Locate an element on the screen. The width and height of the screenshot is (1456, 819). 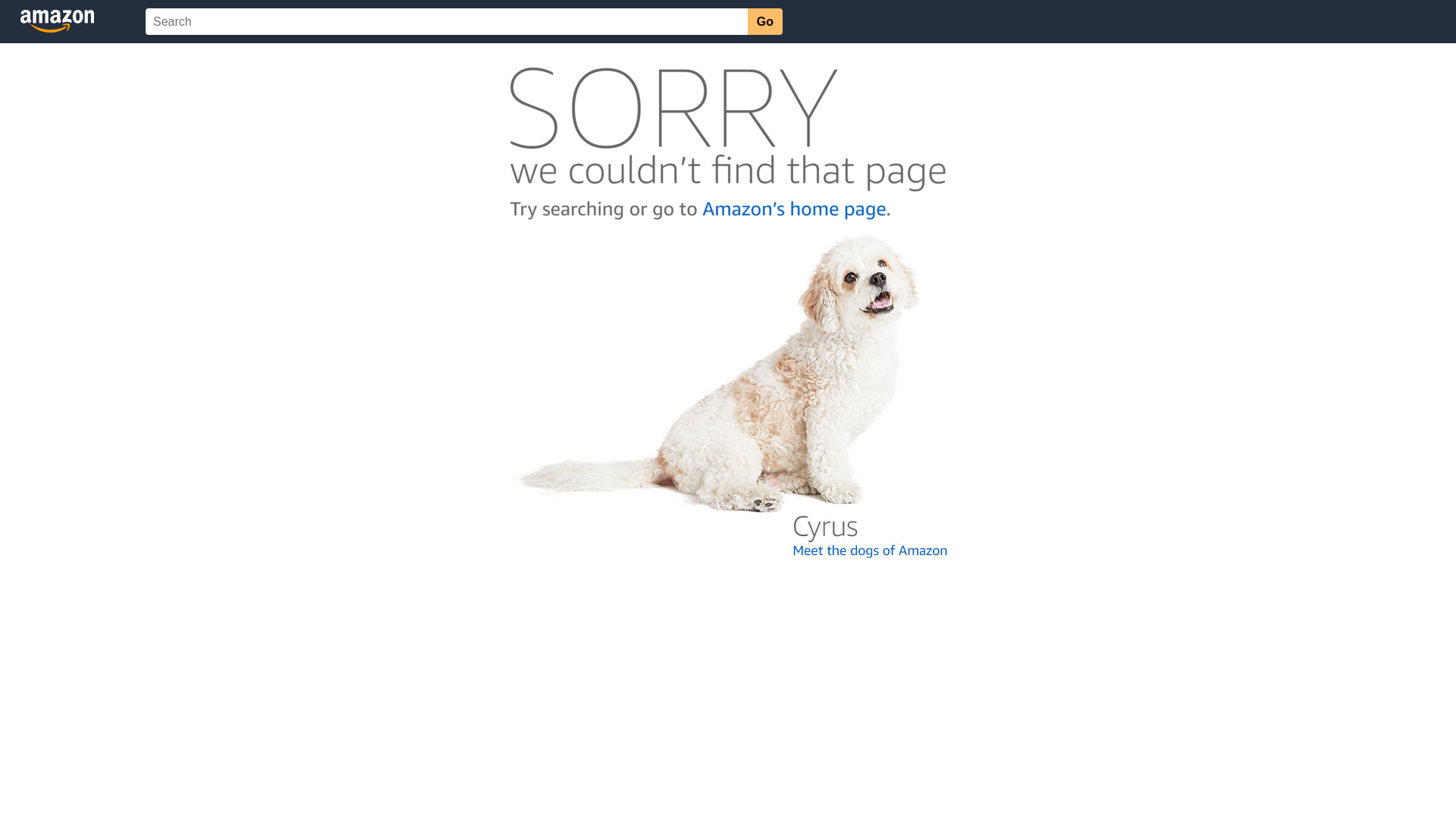
'Go' is located at coordinates (764, 21).